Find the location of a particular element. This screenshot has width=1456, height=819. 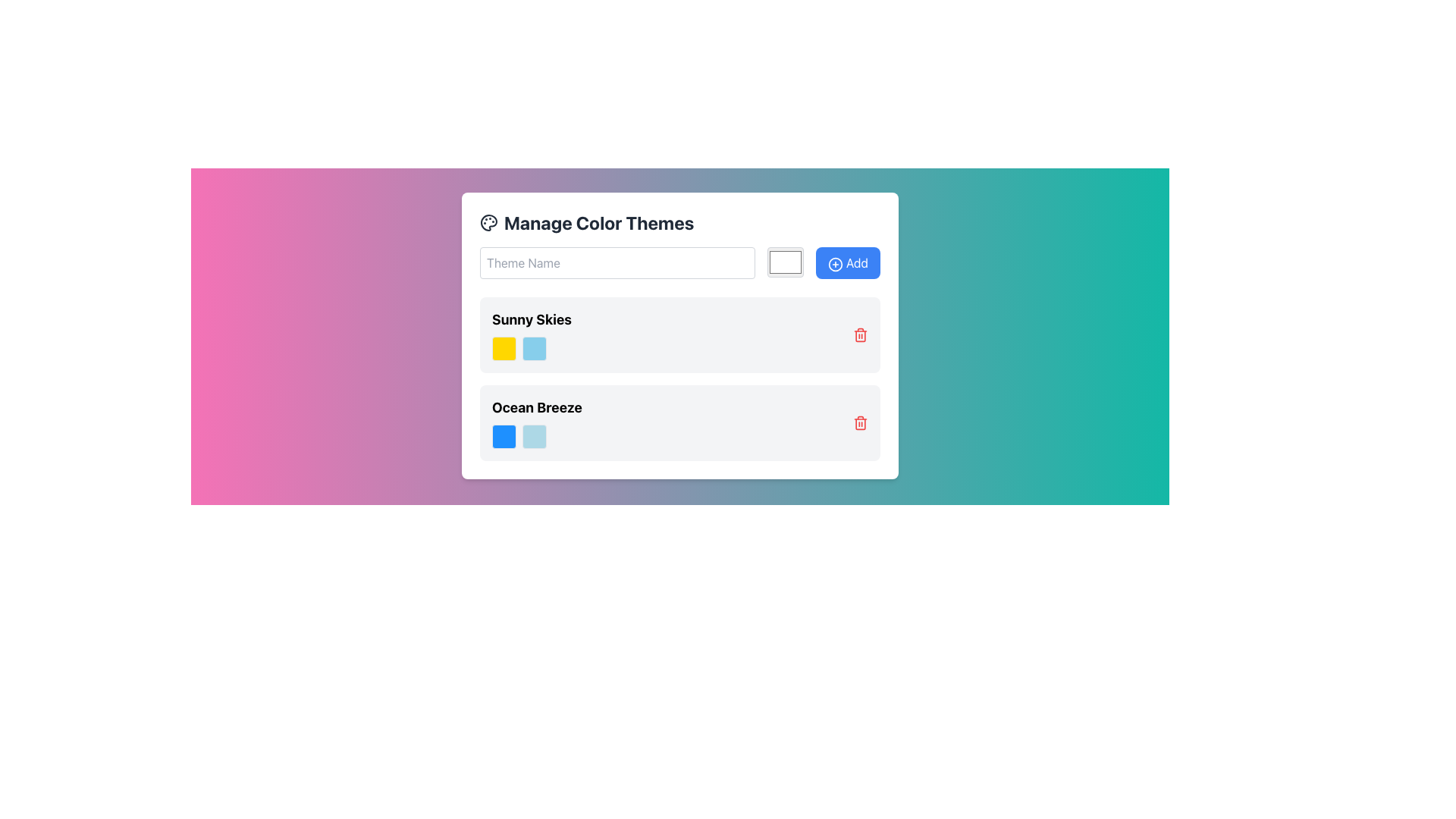

the palette icon located next to the heading text 'Manage Color Themes', which features a minimalist line art design with multiple colored circles is located at coordinates (488, 222).